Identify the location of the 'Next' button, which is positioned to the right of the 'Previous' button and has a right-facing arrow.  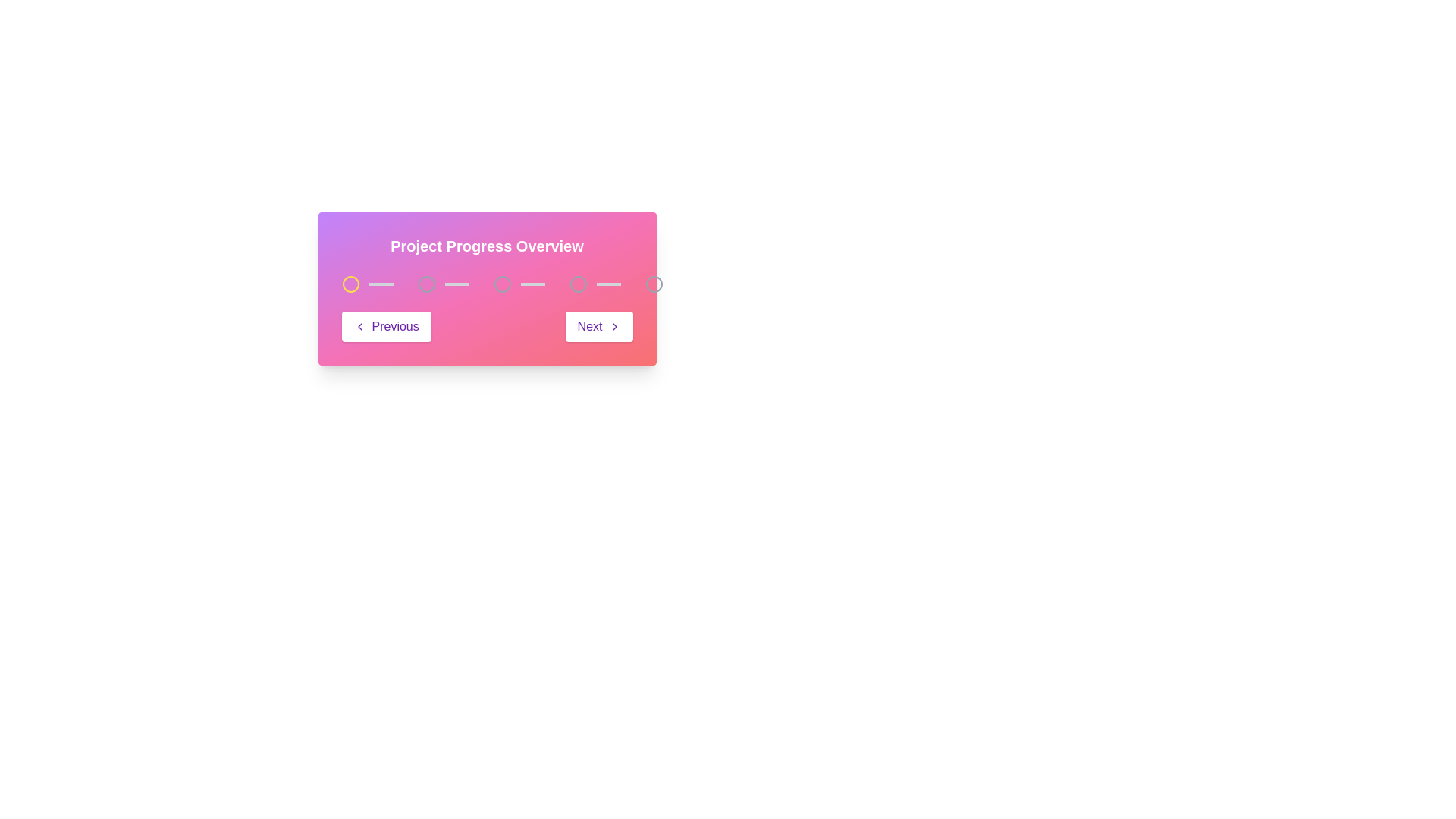
(598, 326).